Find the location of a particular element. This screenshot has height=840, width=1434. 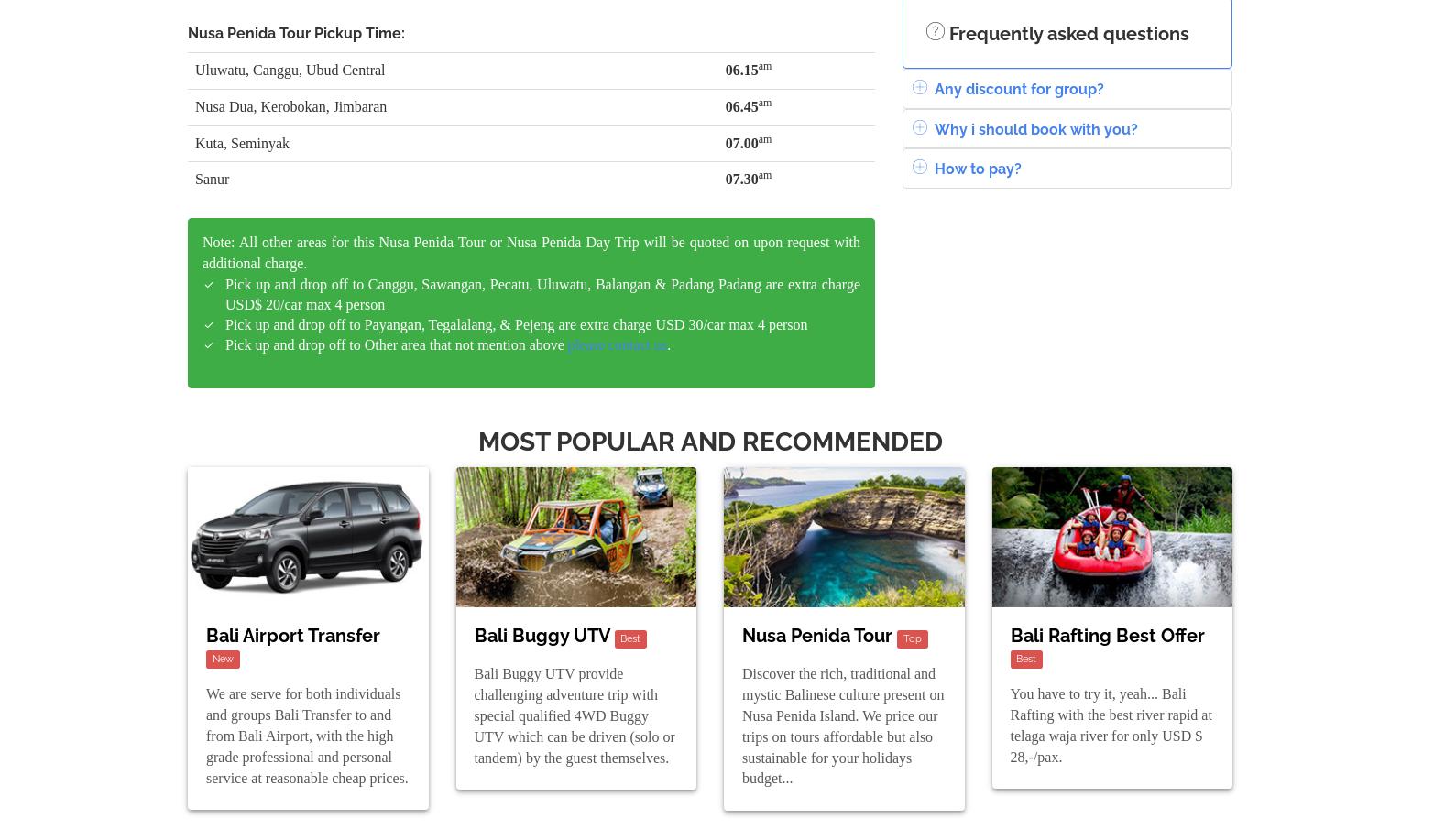

'Uluwatu, Canggu, Ubud Central' is located at coordinates (289, 68).